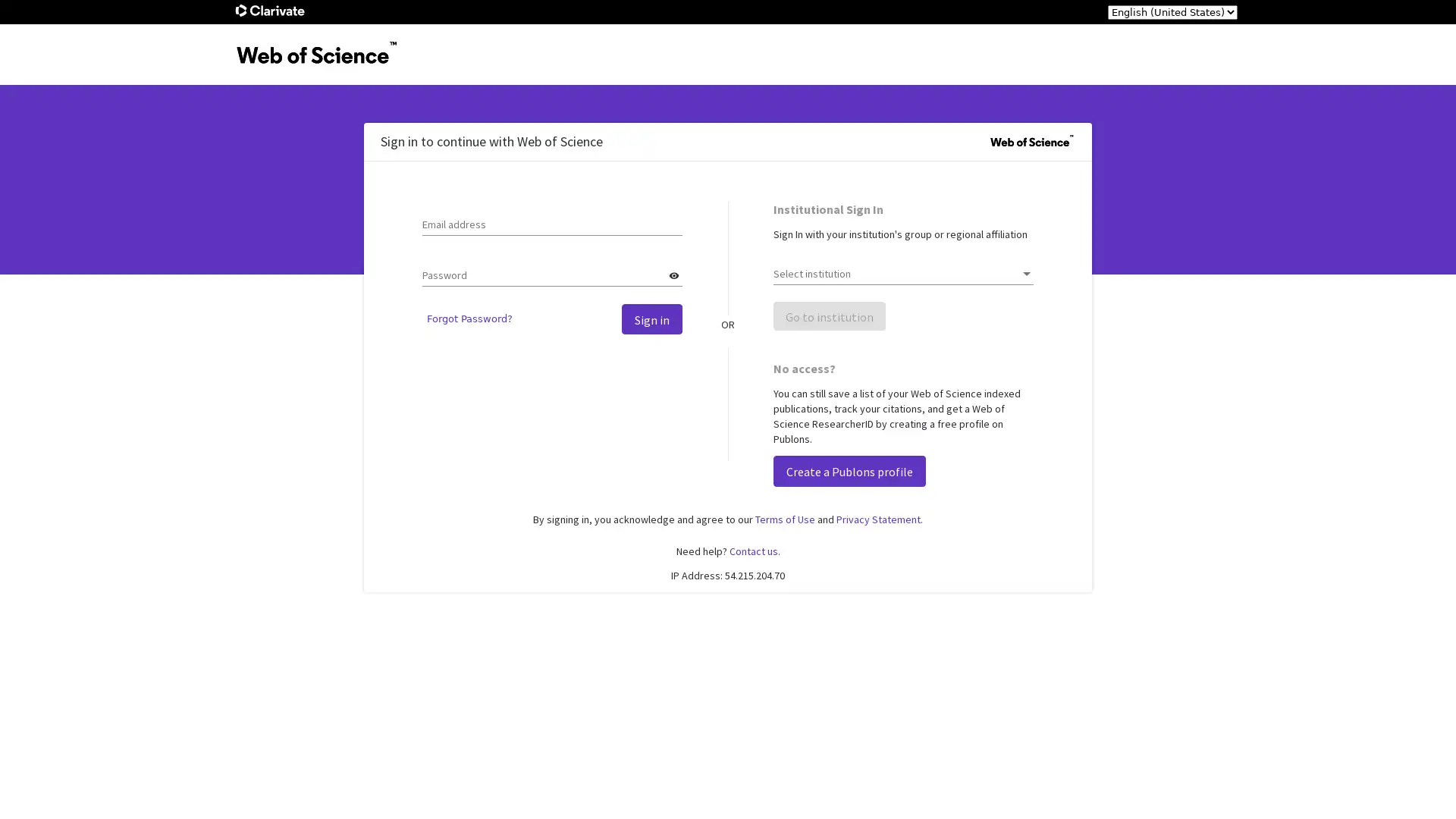 This screenshot has width=1456, height=819. I want to click on Create a Publons profile, so click(849, 470).